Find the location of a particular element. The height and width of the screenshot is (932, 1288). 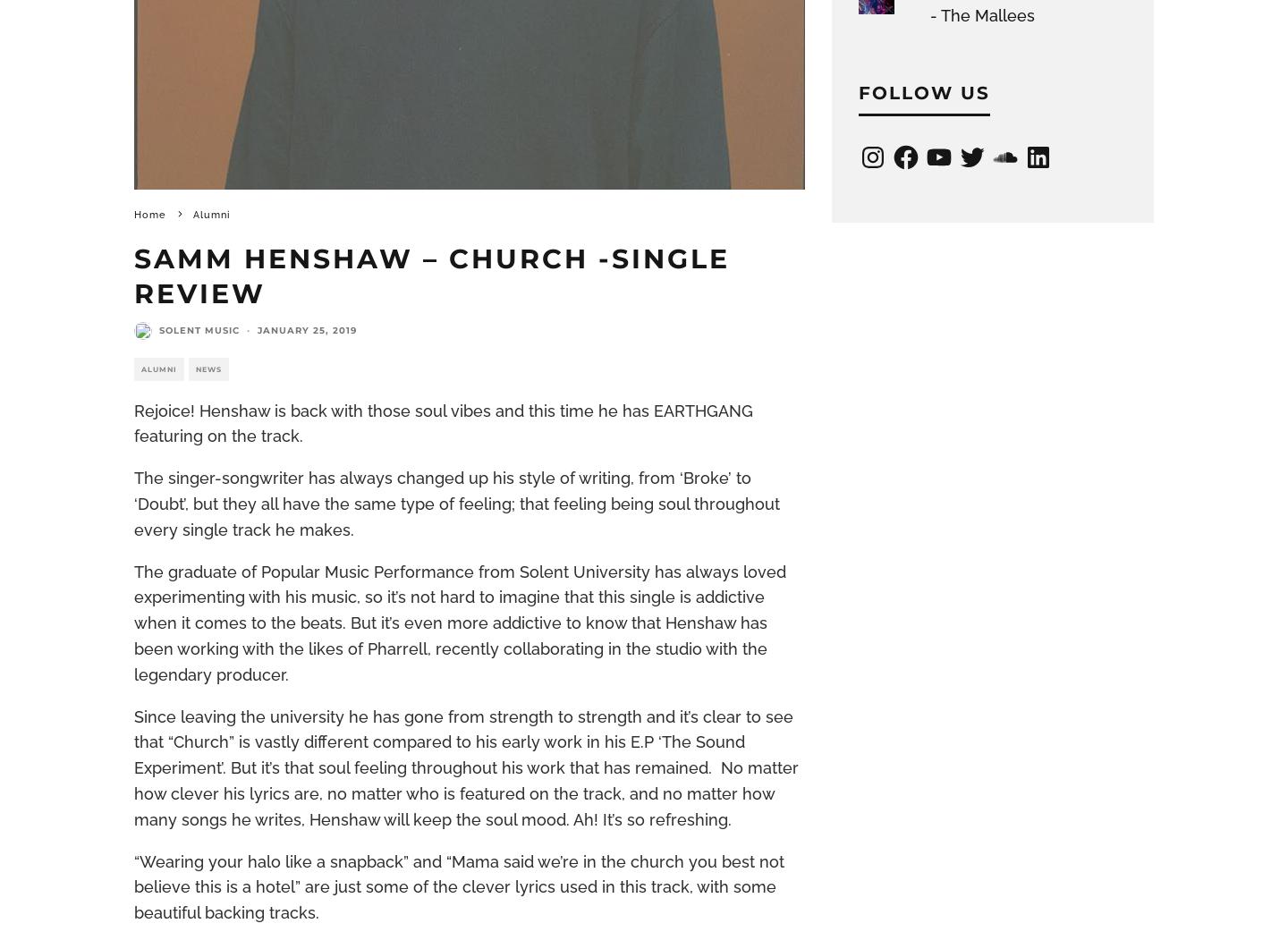

'Solent Music' is located at coordinates (199, 329).